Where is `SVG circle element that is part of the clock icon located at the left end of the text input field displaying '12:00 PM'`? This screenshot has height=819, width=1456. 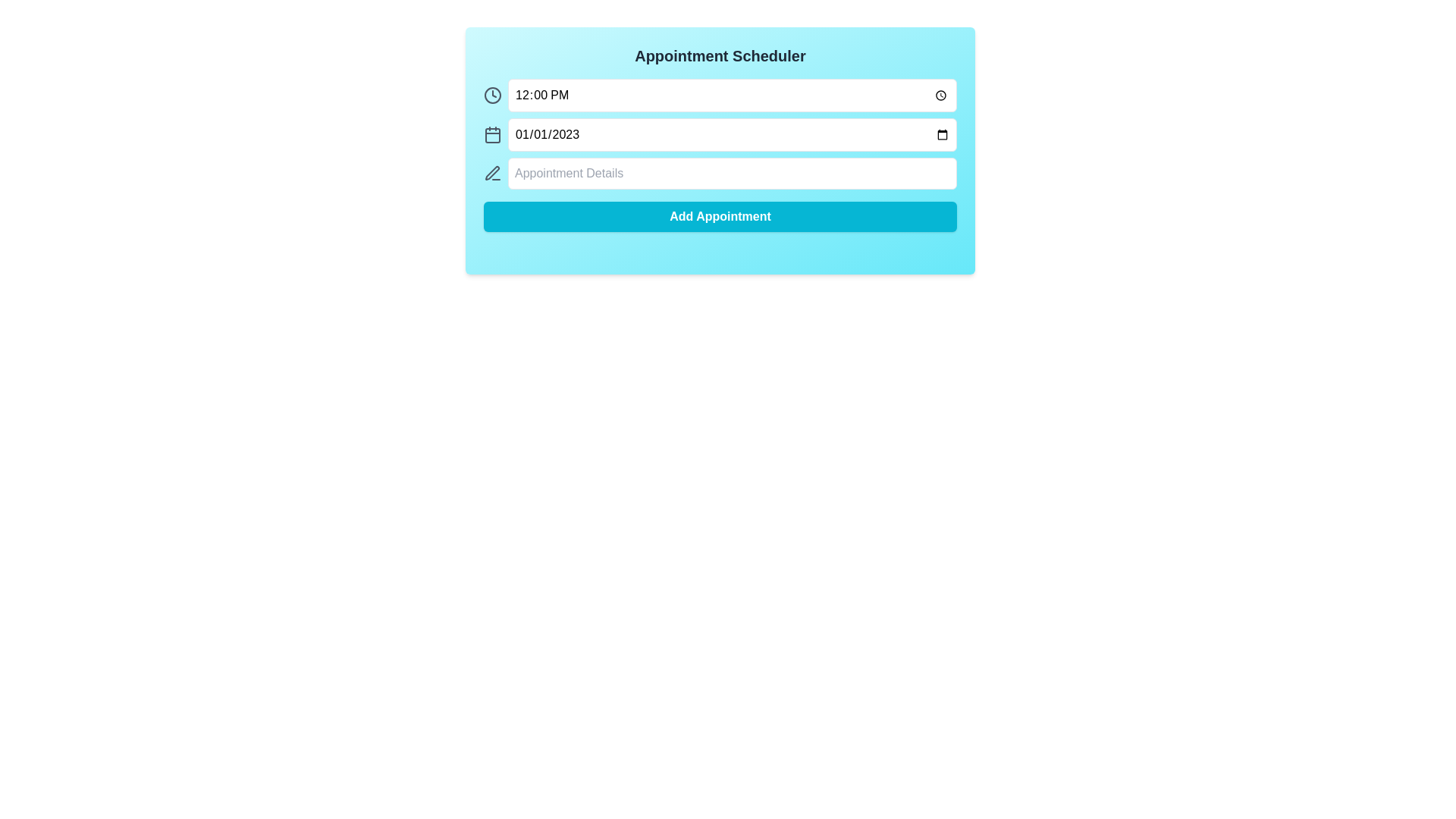 SVG circle element that is part of the clock icon located at the left end of the text input field displaying '12:00 PM' is located at coordinates (492, 96).